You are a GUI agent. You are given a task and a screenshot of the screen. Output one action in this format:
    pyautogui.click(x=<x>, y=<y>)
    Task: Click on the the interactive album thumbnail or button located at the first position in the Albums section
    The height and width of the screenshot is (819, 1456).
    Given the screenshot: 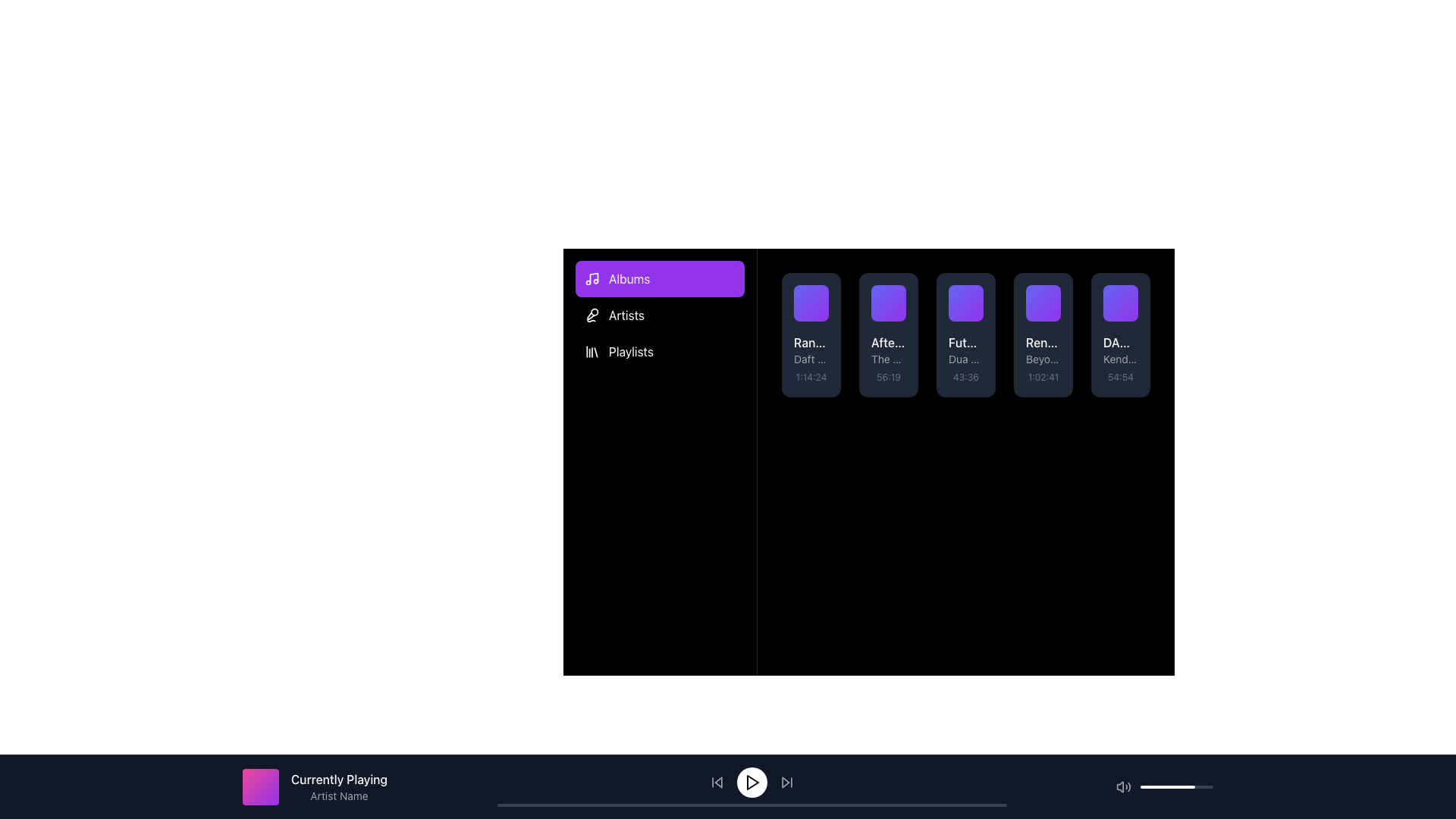 What is the action you would take?
    pyautogui.click(x=811, y=303)
    